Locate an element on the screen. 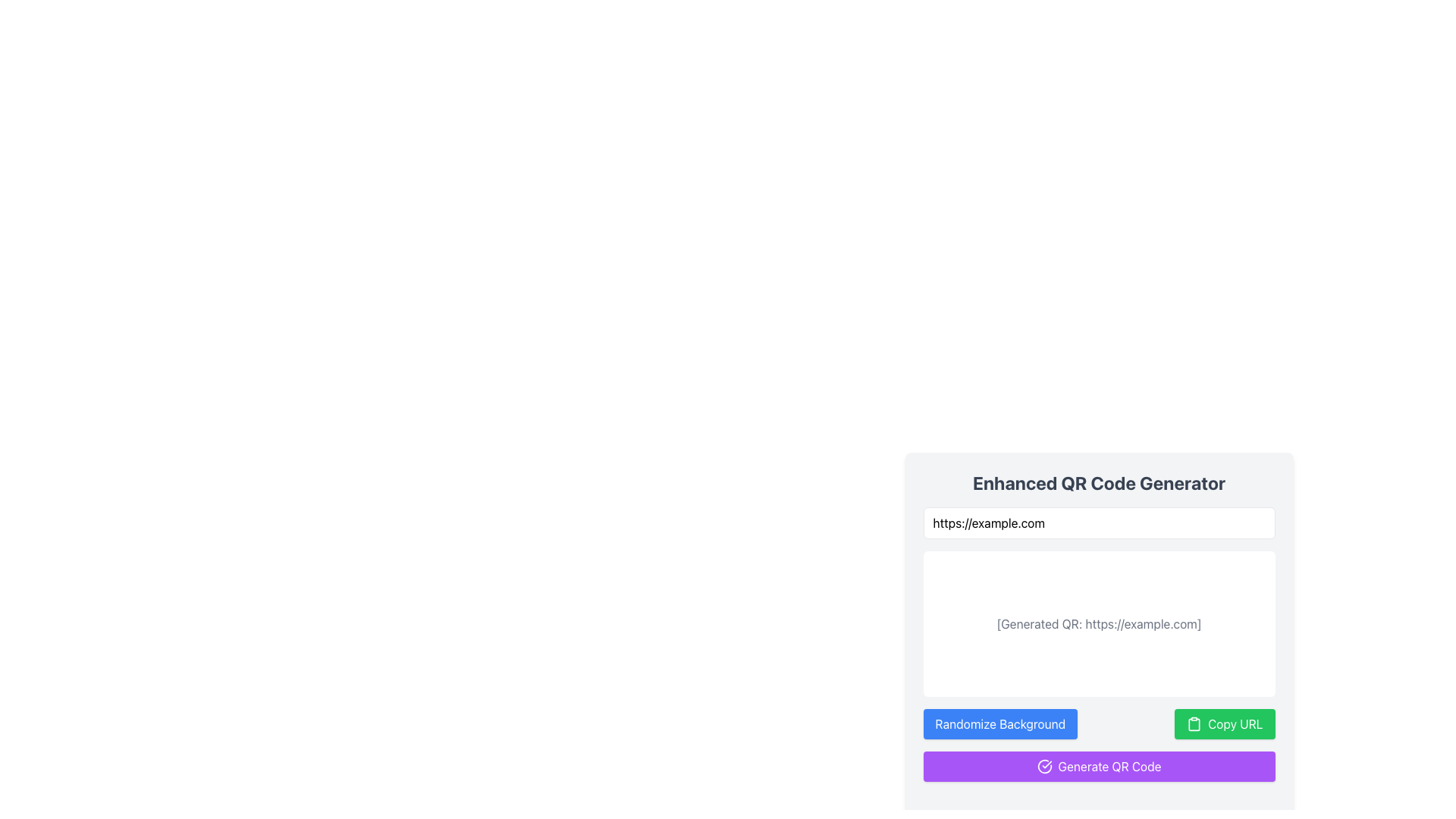  the circular icon with a checkmark inside the 'Generate QR Code' button that has a purple background and white text is located at coordinates (1043, 766).